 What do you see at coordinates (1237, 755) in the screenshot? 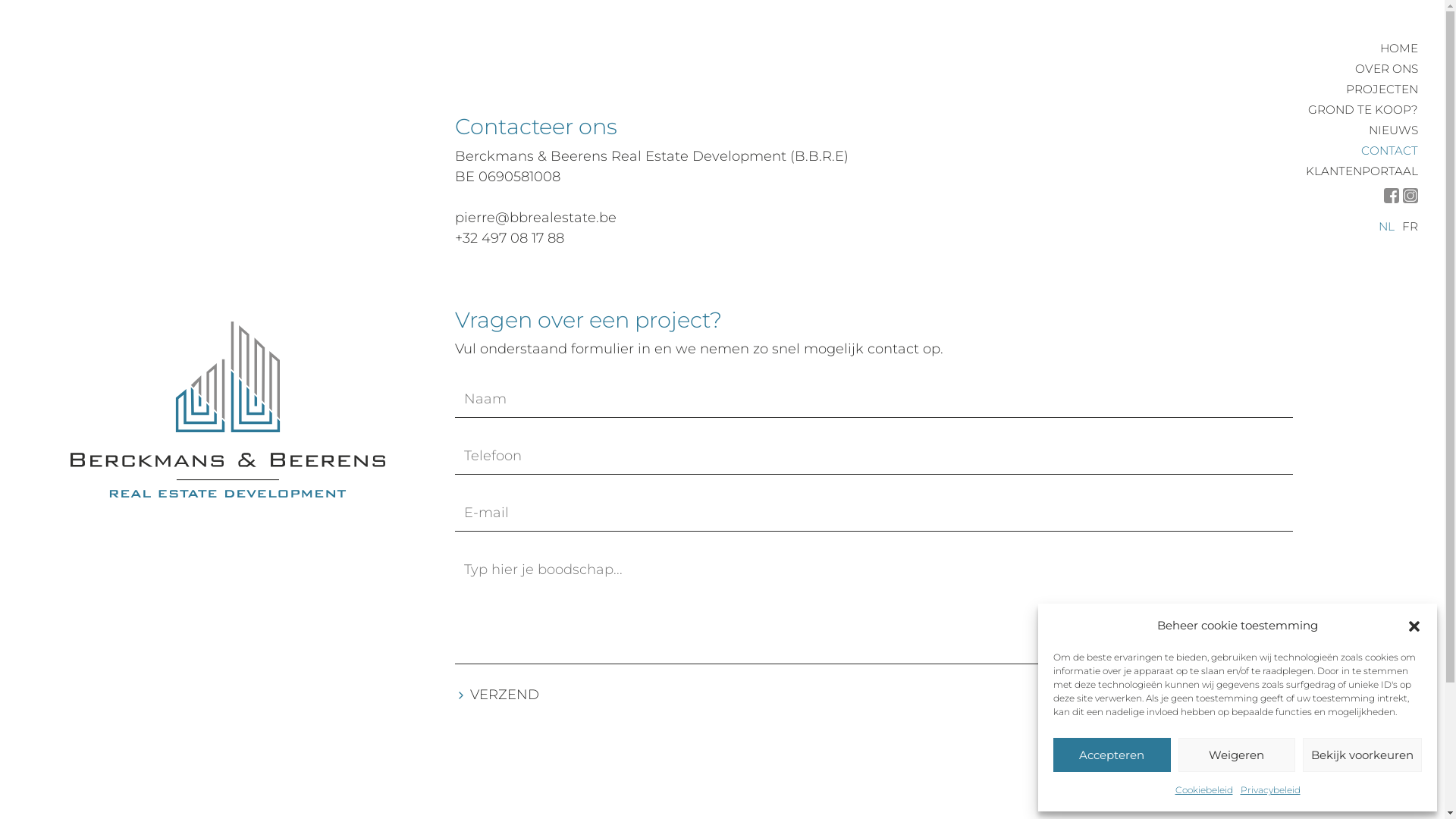
I see `'Weigeren'` at bounding box center [1237, 755].